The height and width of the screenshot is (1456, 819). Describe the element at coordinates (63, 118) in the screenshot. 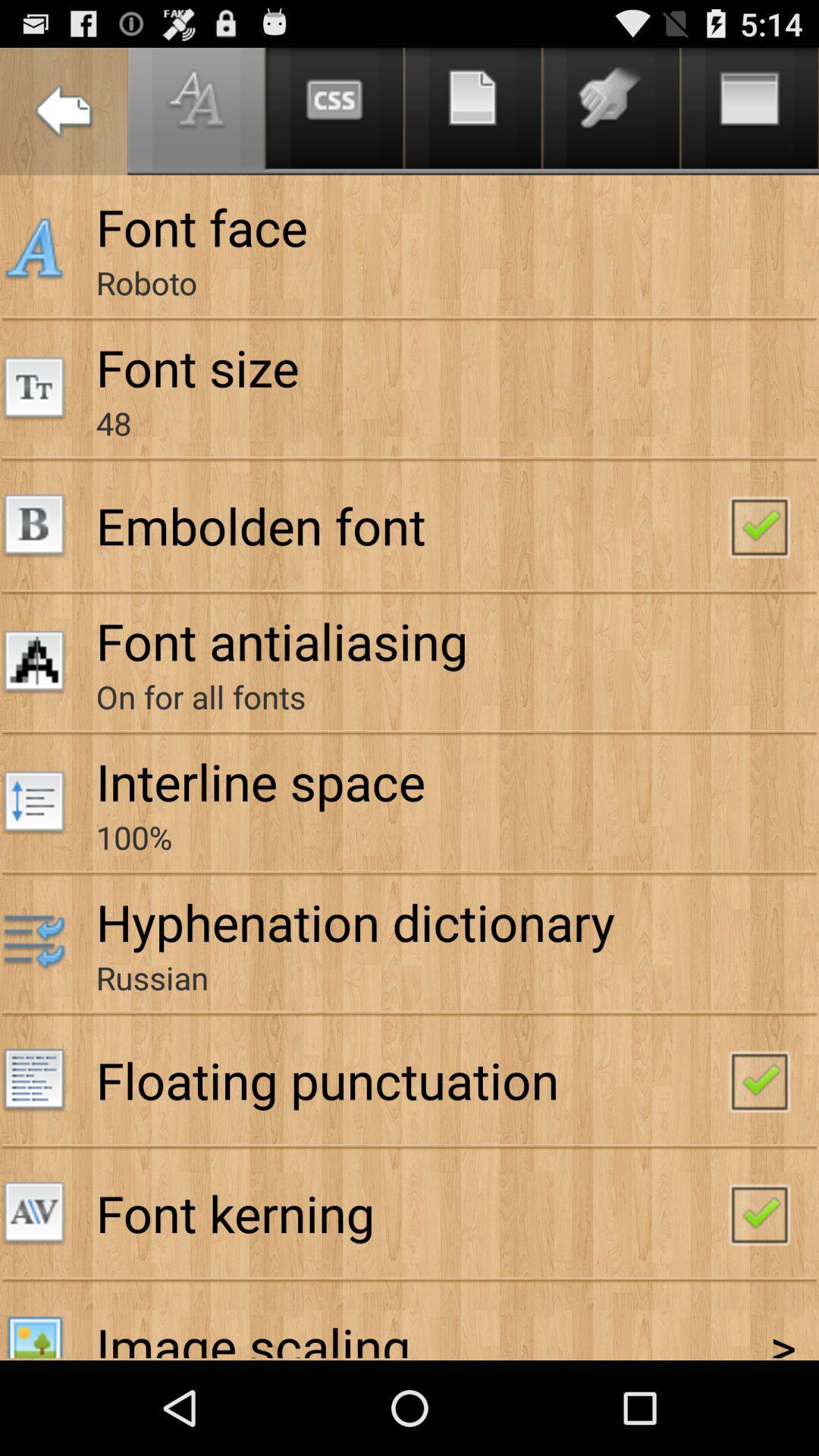

I see `the arrow_backward icon` at that location.